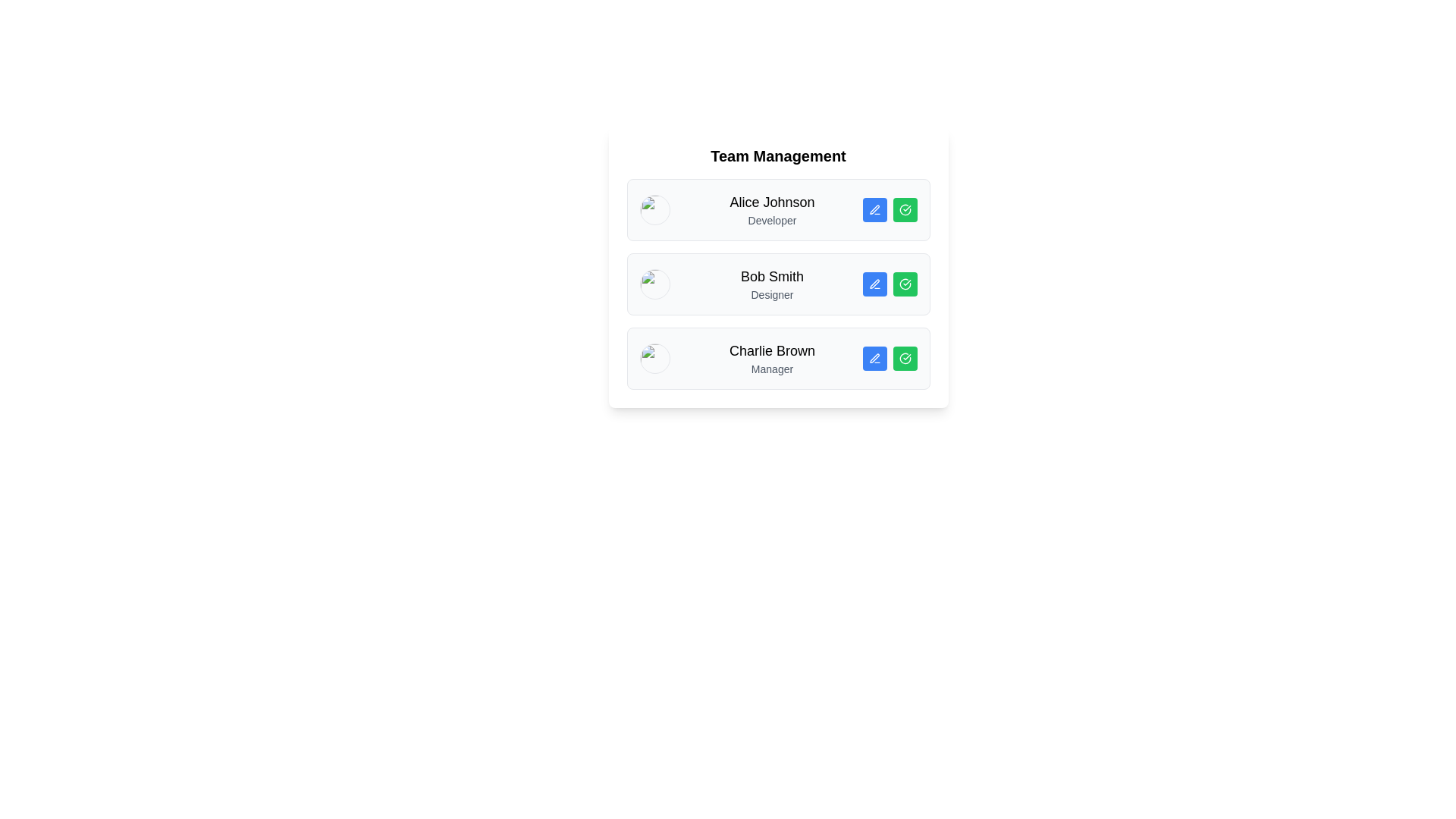  Describe the element at coordinates (874, 358) in the screenshot. I see `the minimalist pen icon button used for editing user information for Charlie Brown, Manager` at that location.